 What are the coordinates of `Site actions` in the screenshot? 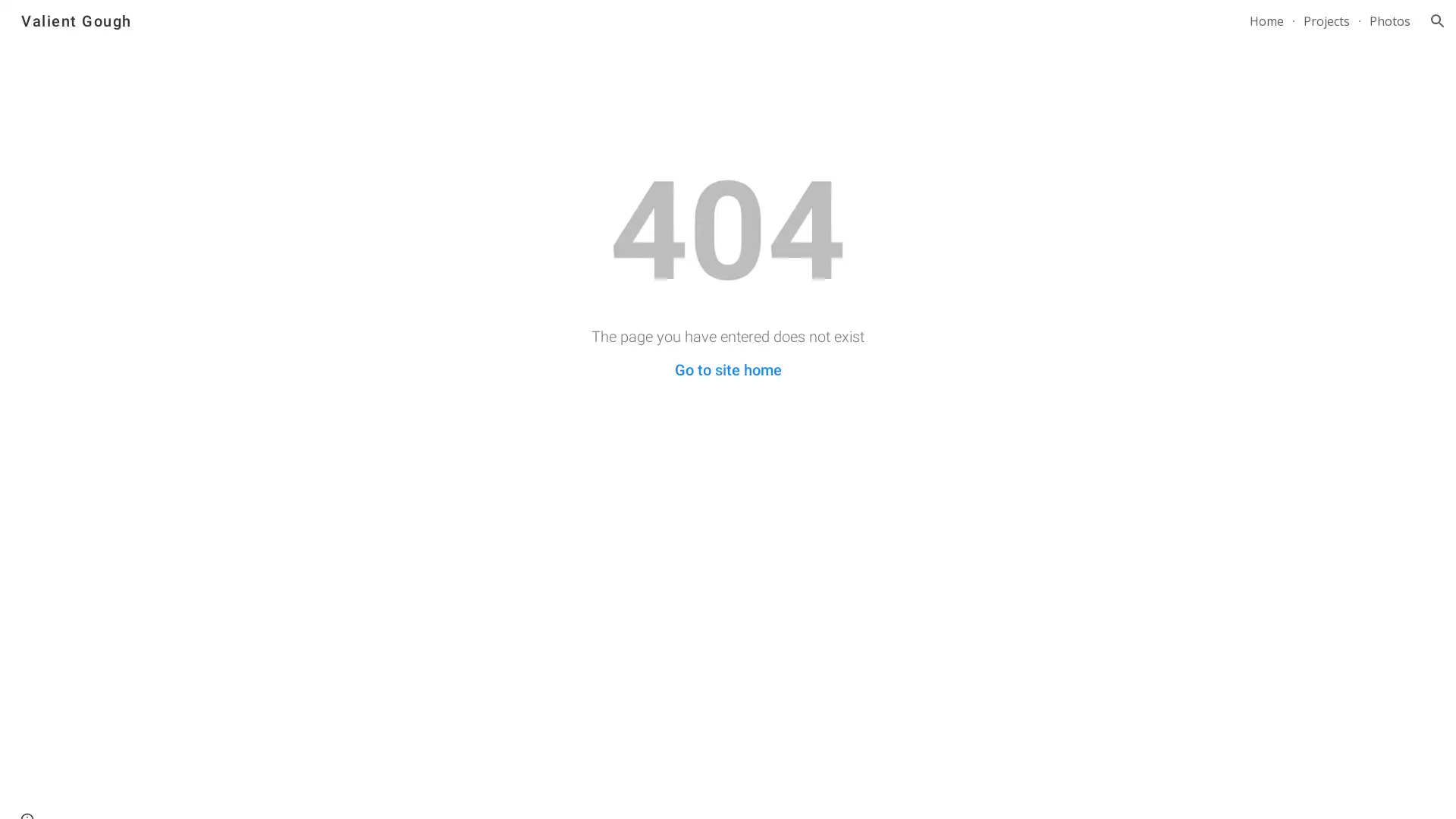 It's located at (27, 792).